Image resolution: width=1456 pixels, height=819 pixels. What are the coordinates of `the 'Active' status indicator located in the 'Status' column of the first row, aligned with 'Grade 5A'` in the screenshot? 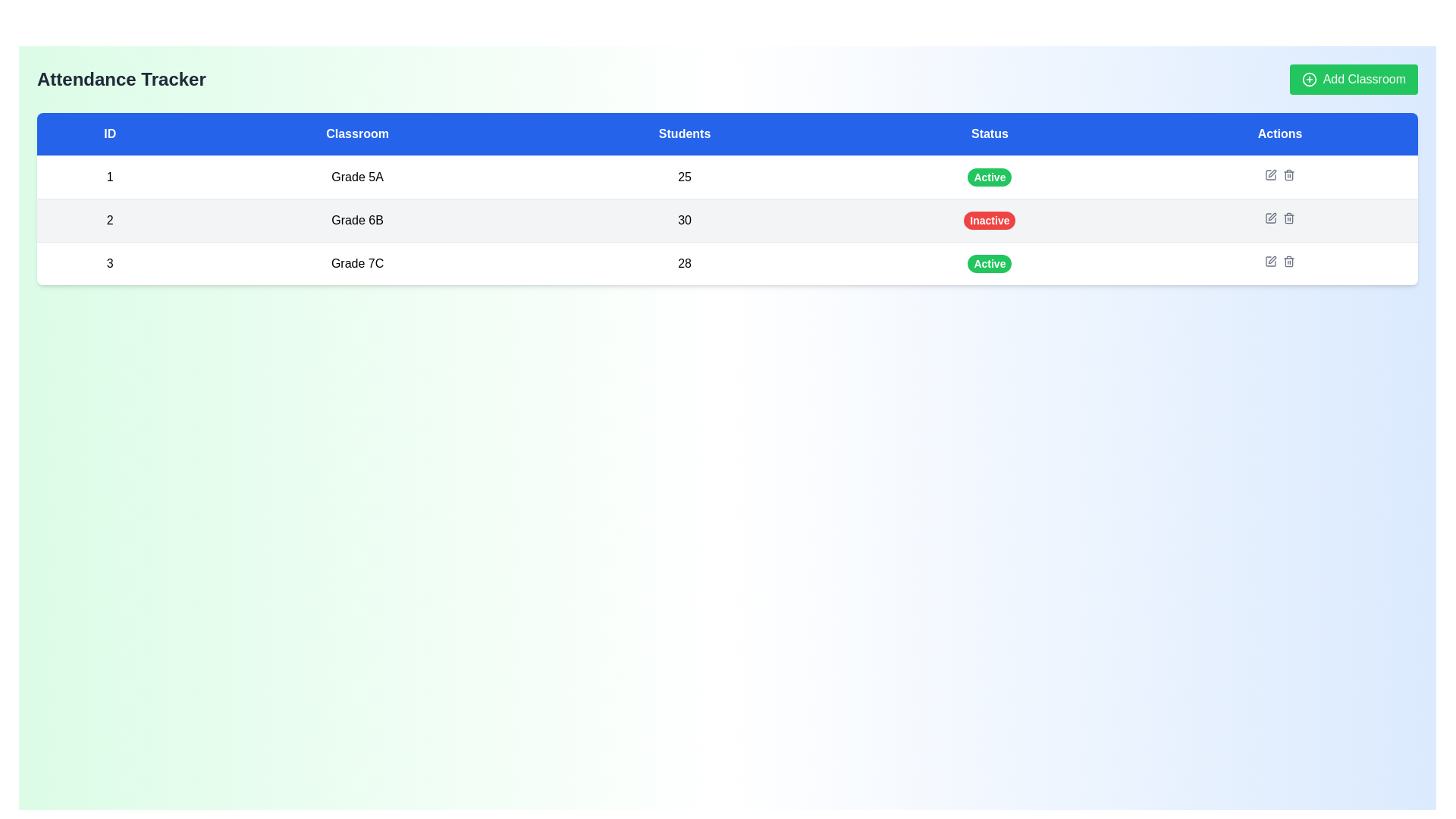 It's located at (990, 177).